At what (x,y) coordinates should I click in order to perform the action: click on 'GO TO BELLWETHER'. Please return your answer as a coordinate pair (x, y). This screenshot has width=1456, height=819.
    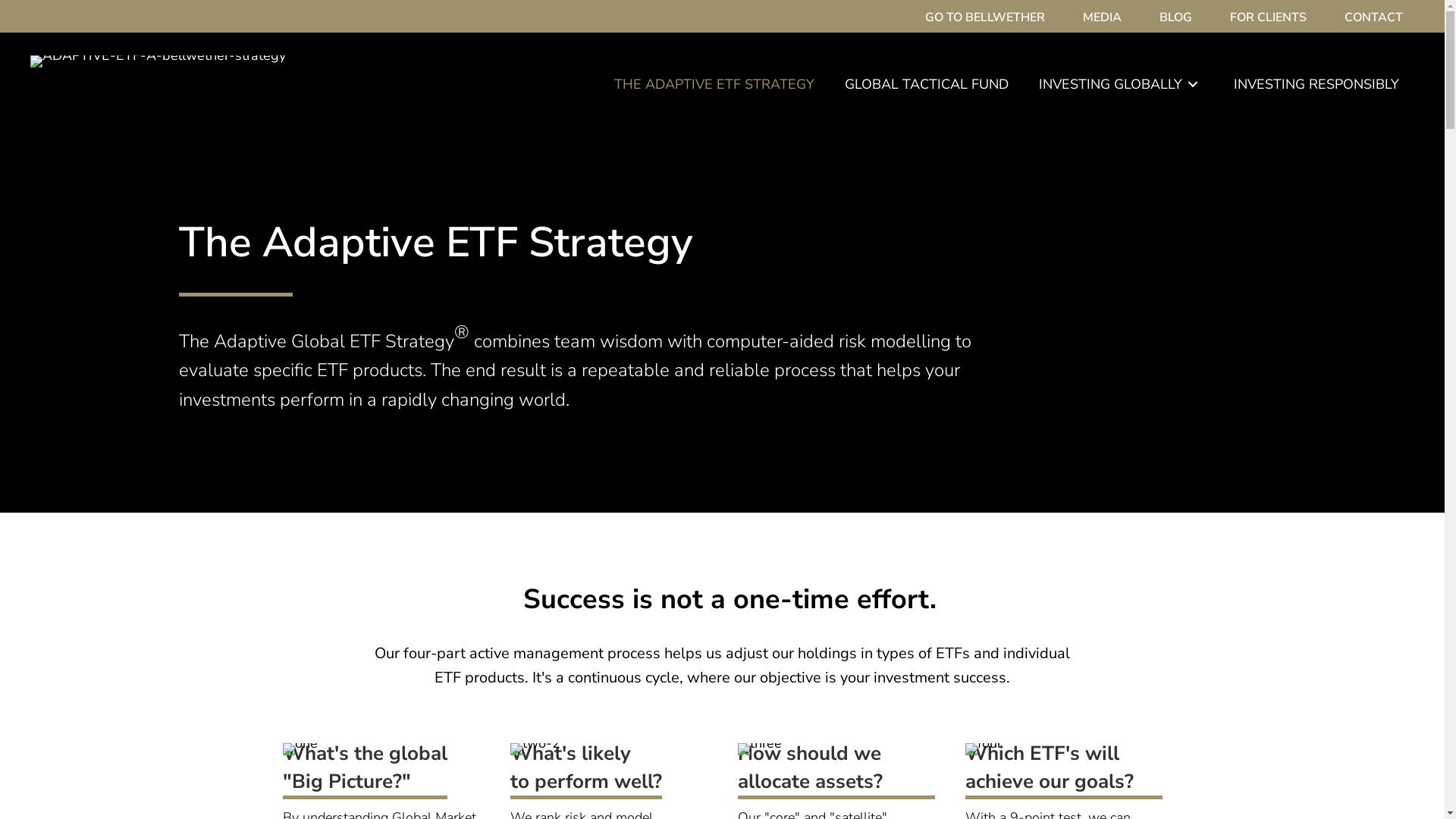
    Looking at the image, I should click on (993, 17).